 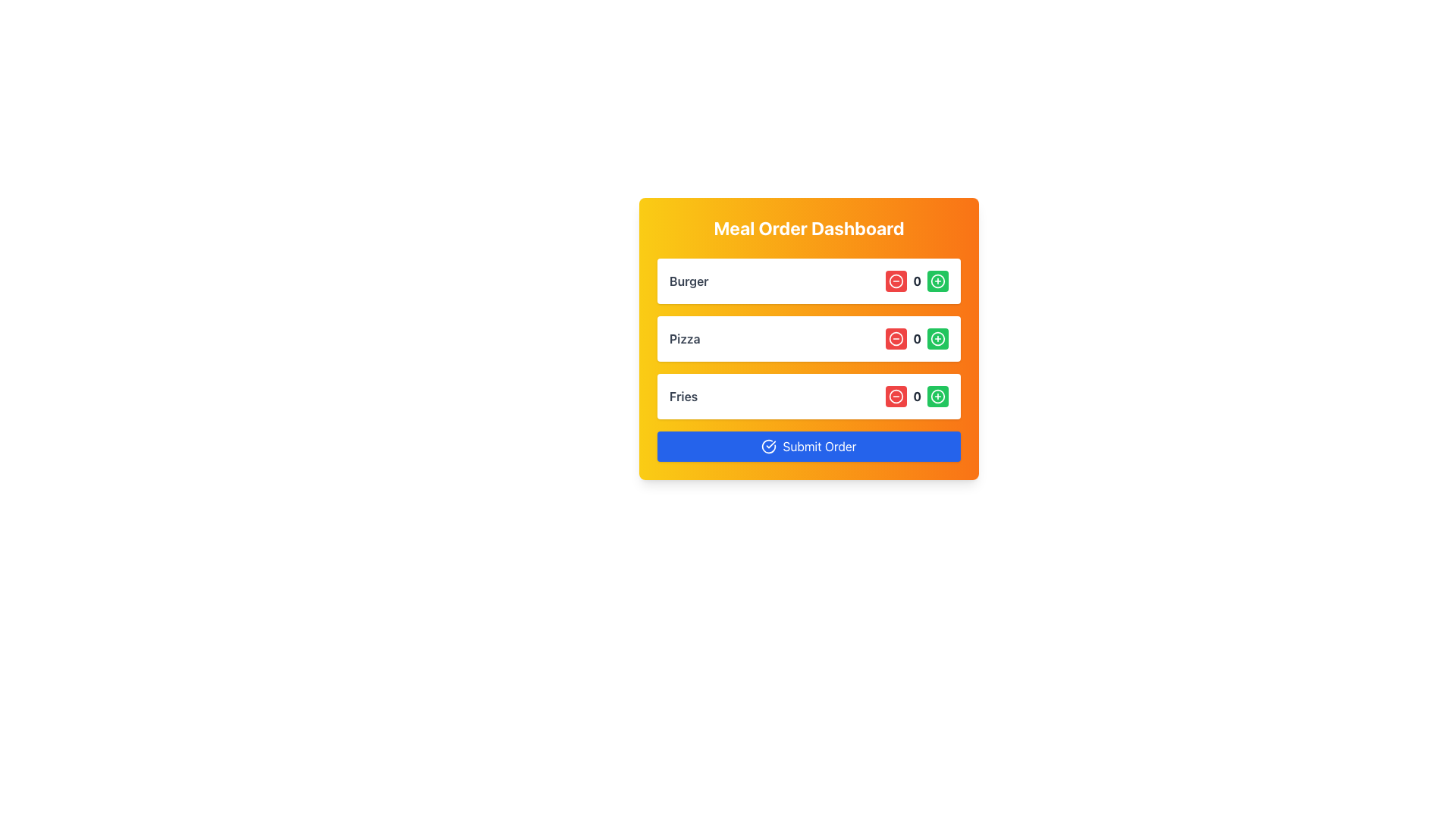 I want to click on the increment button for 'Burger', so click(x=937, y=281).